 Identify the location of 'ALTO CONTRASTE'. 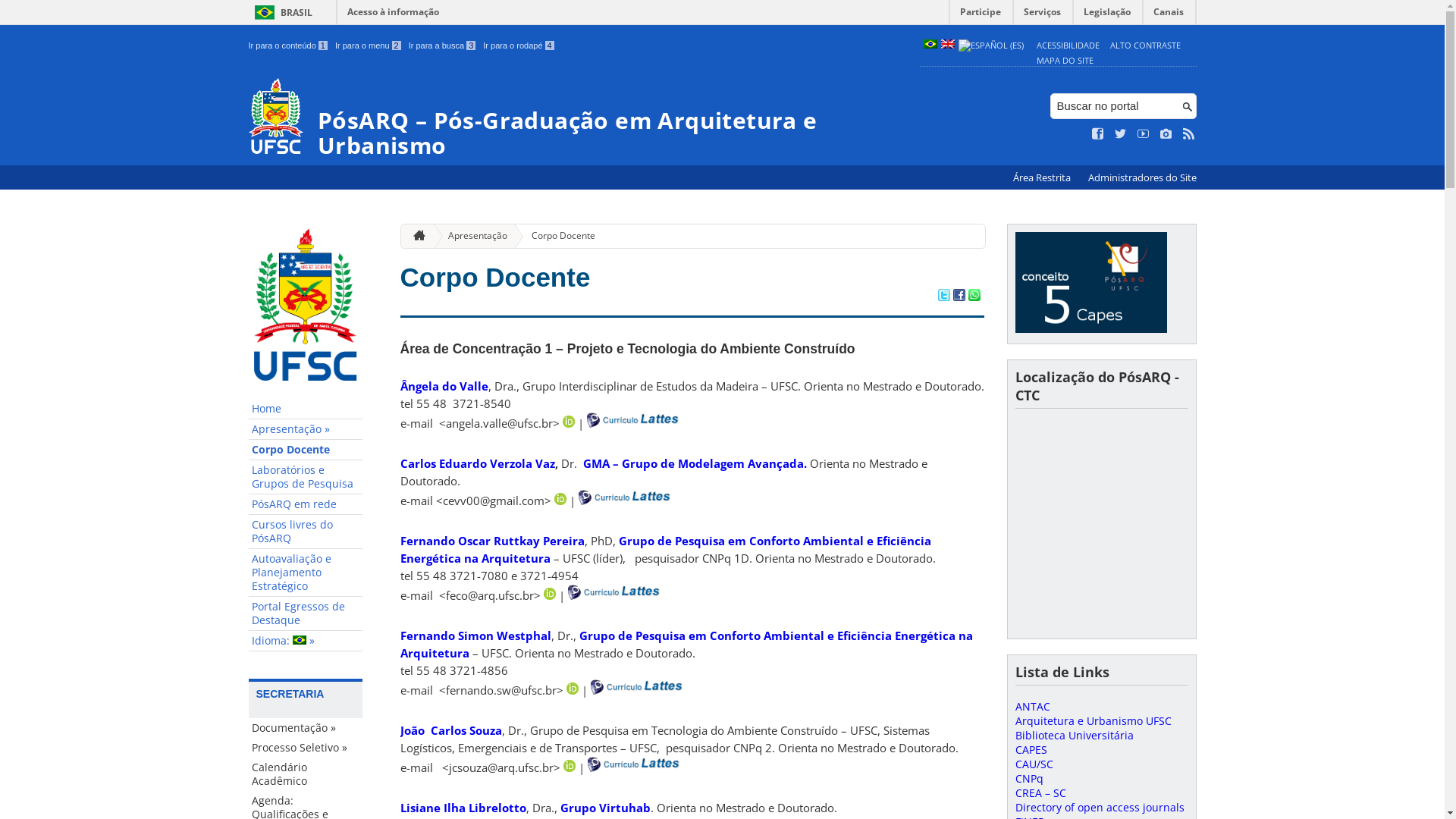
(1145, 44).